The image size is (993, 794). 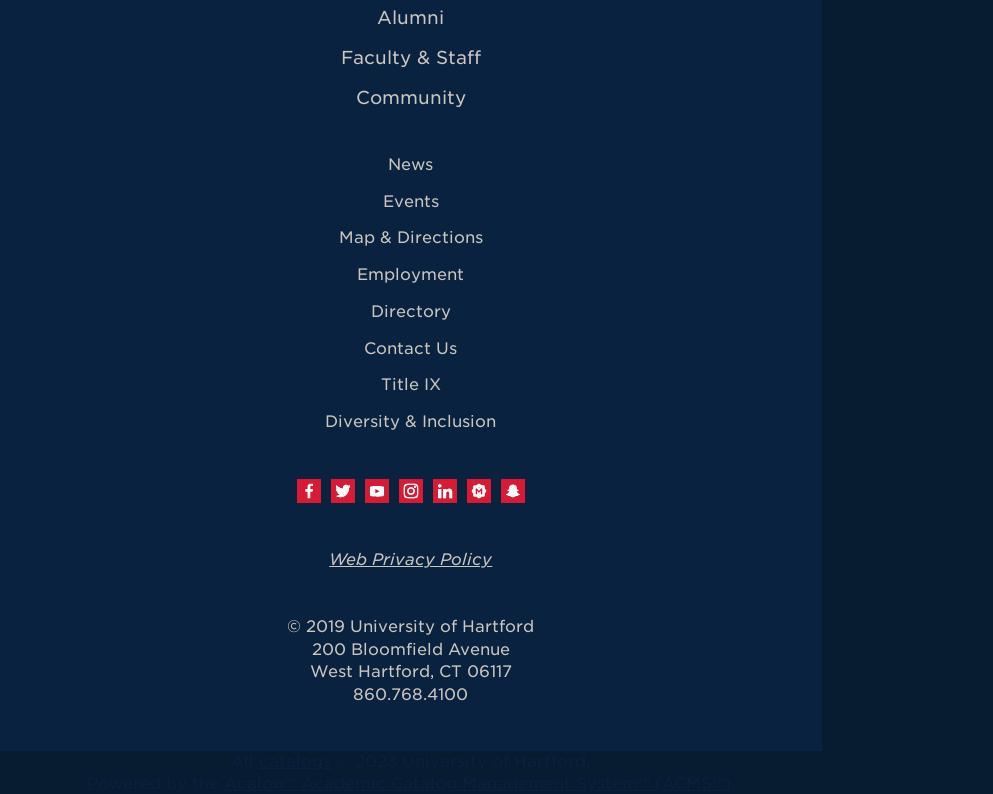 I want to click on 'Alumni', so click(x=409, y=16).